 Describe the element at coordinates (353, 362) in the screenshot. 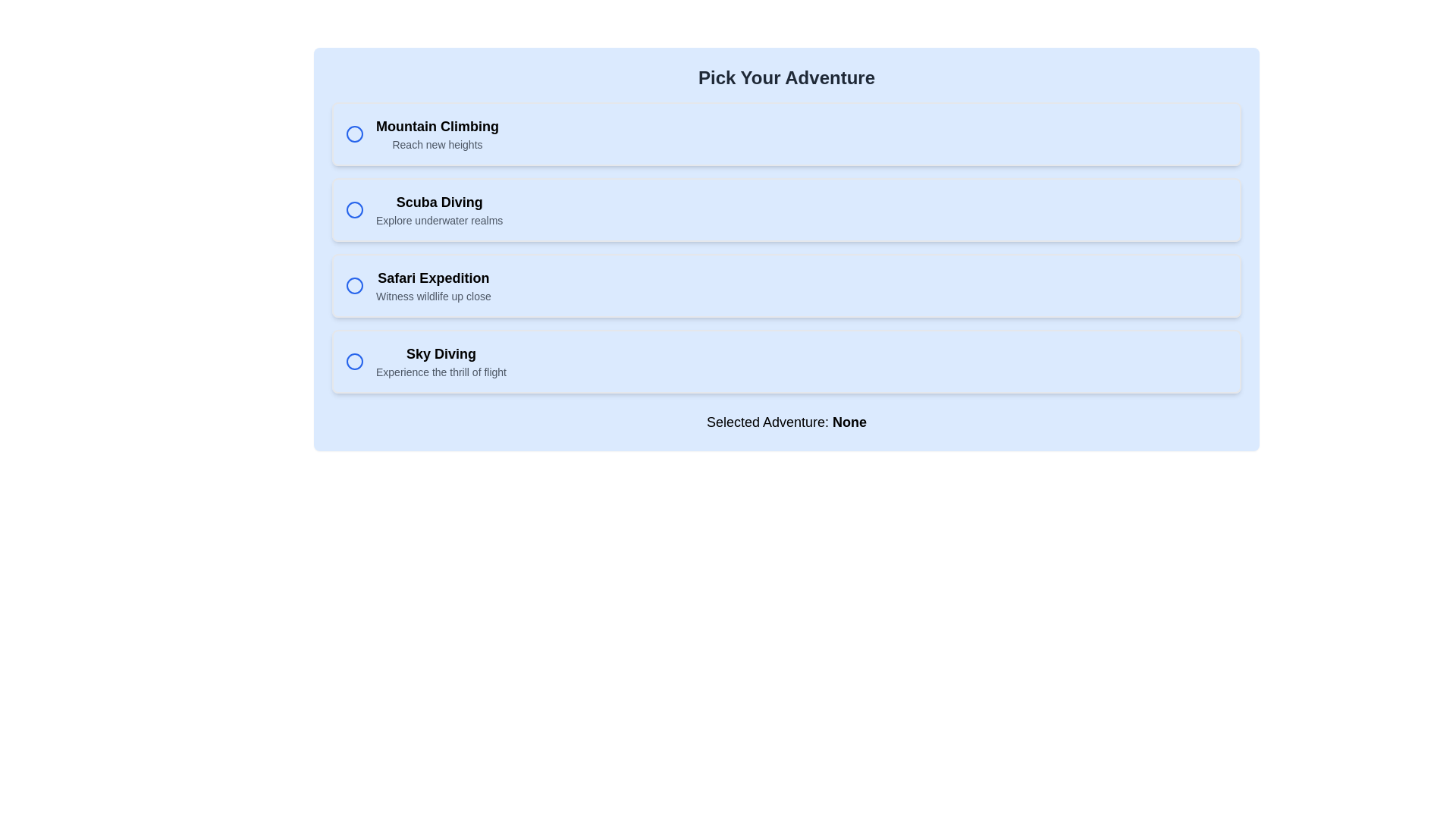

I see `the Circle icon with a blue outline and white fill located at the beginning of the 'Sky Diving' list option` at that location.